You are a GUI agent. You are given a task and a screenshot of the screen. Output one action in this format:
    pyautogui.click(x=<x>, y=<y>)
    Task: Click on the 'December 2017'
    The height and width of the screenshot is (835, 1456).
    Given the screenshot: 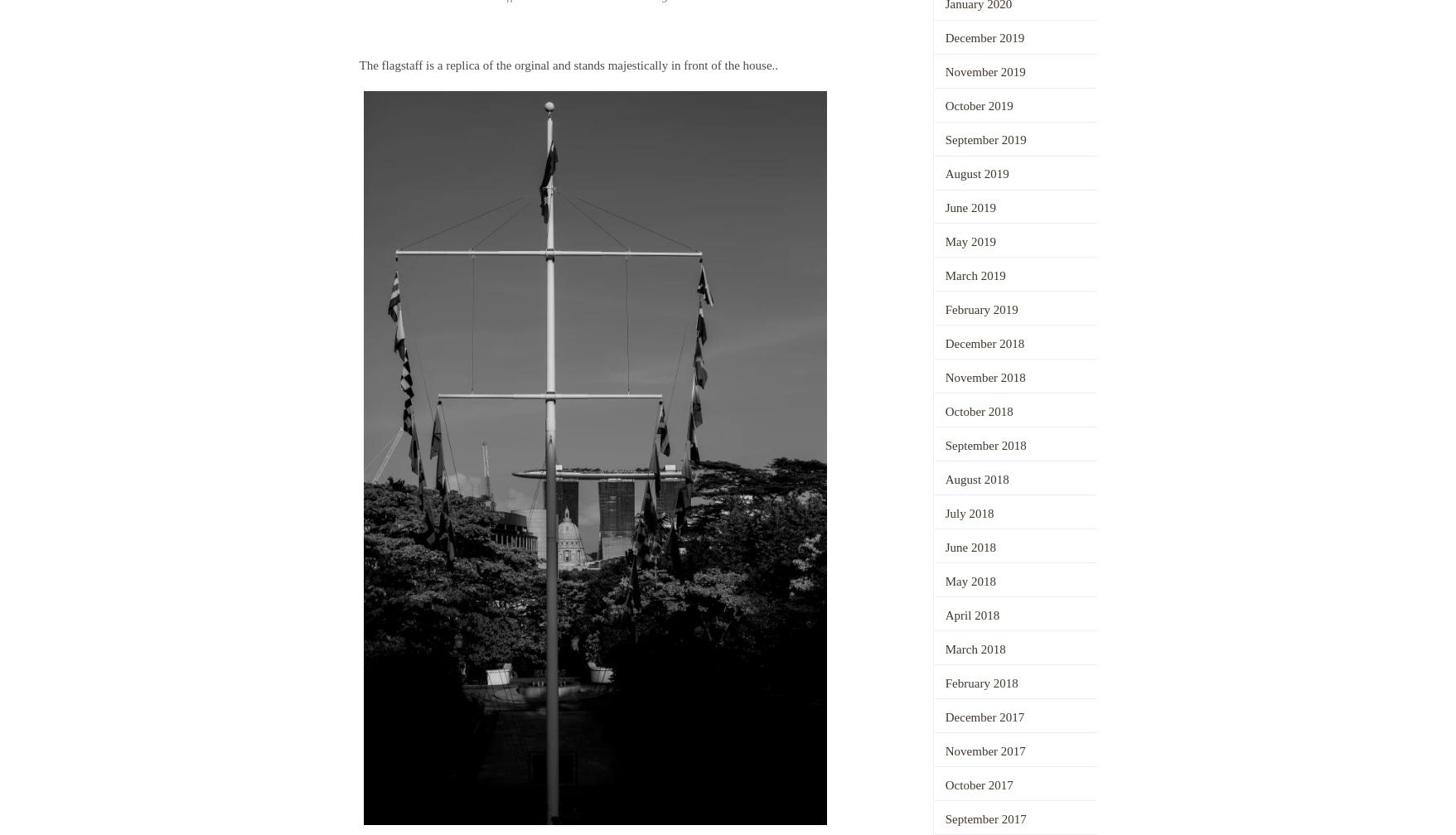 What is the action you would take?
    pyautogui.click(x=984, y=716)
    